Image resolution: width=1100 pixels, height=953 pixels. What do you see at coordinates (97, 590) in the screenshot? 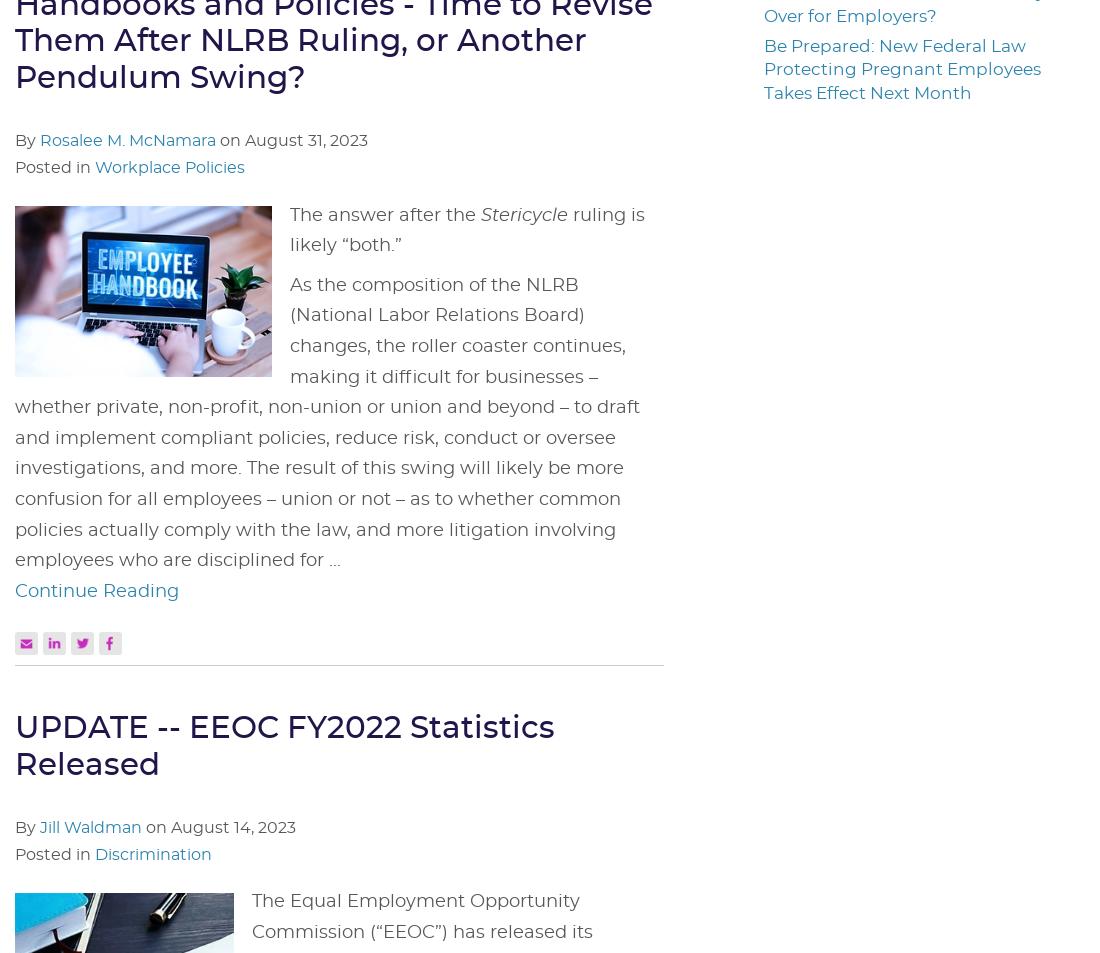
I see `'Continue Reading'` at bounding box center [97, 590].